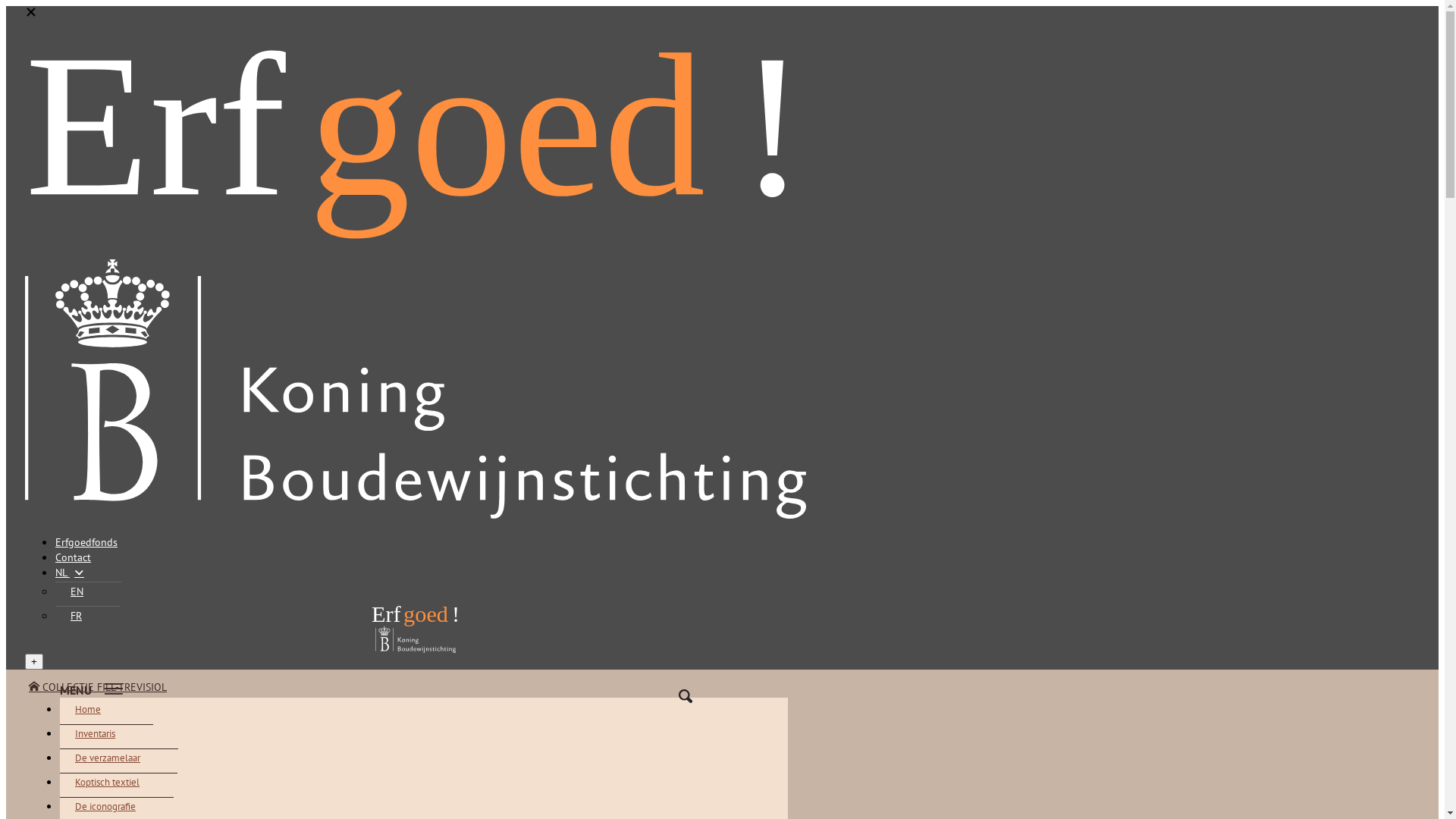  Describe the element at coordinates (655, 696) in the screenshot. I see `'Zoeken'` at that location.